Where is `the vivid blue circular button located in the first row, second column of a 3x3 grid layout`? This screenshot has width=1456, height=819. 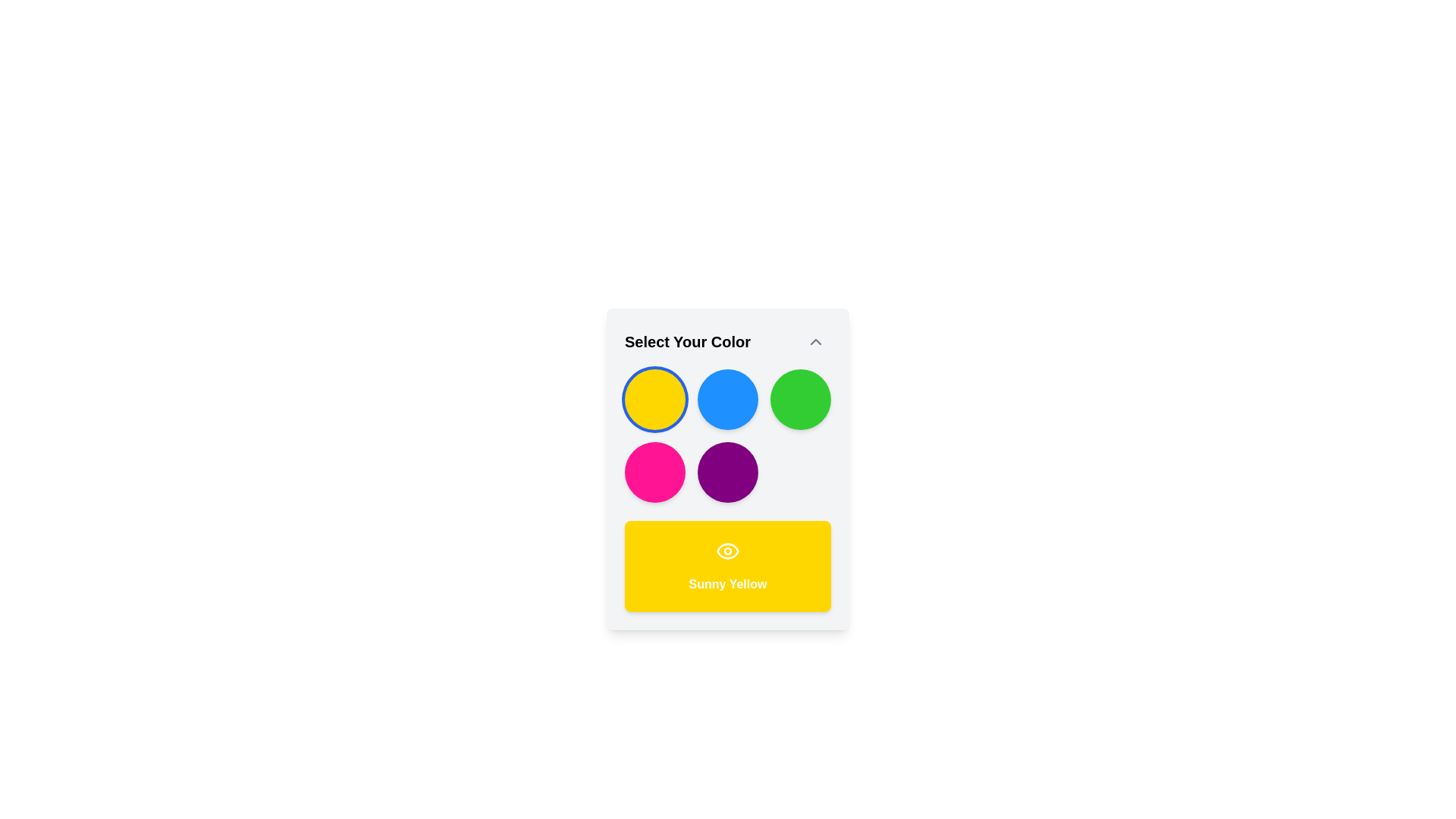
the vivid blue circular button located in the first row, second column of a 3x3 grid layout is located at coordinates (728, 399).